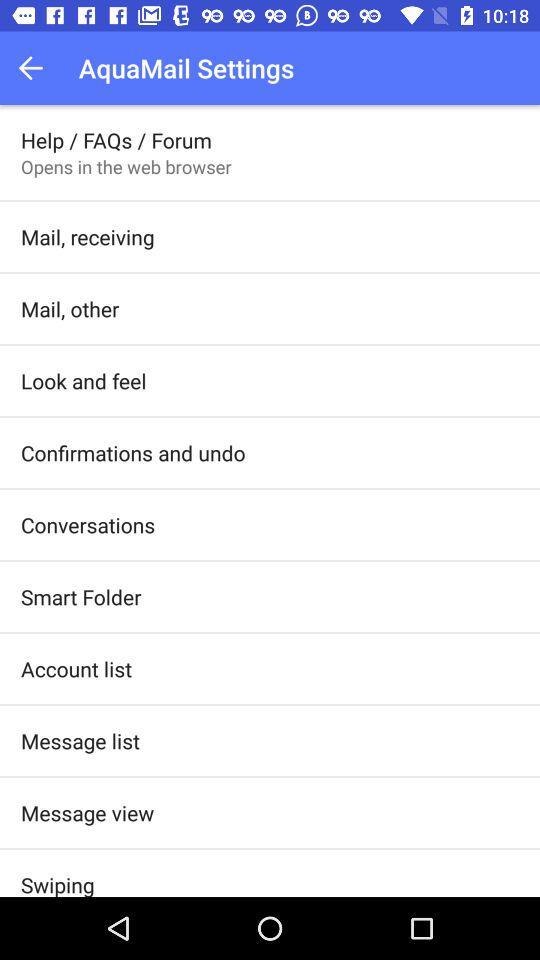 This screenshot has height=960, width=540. What do you see at coordinates (87, 524) in the screenshot?
I see `the conversations icon` at bounding box center [87, 524].